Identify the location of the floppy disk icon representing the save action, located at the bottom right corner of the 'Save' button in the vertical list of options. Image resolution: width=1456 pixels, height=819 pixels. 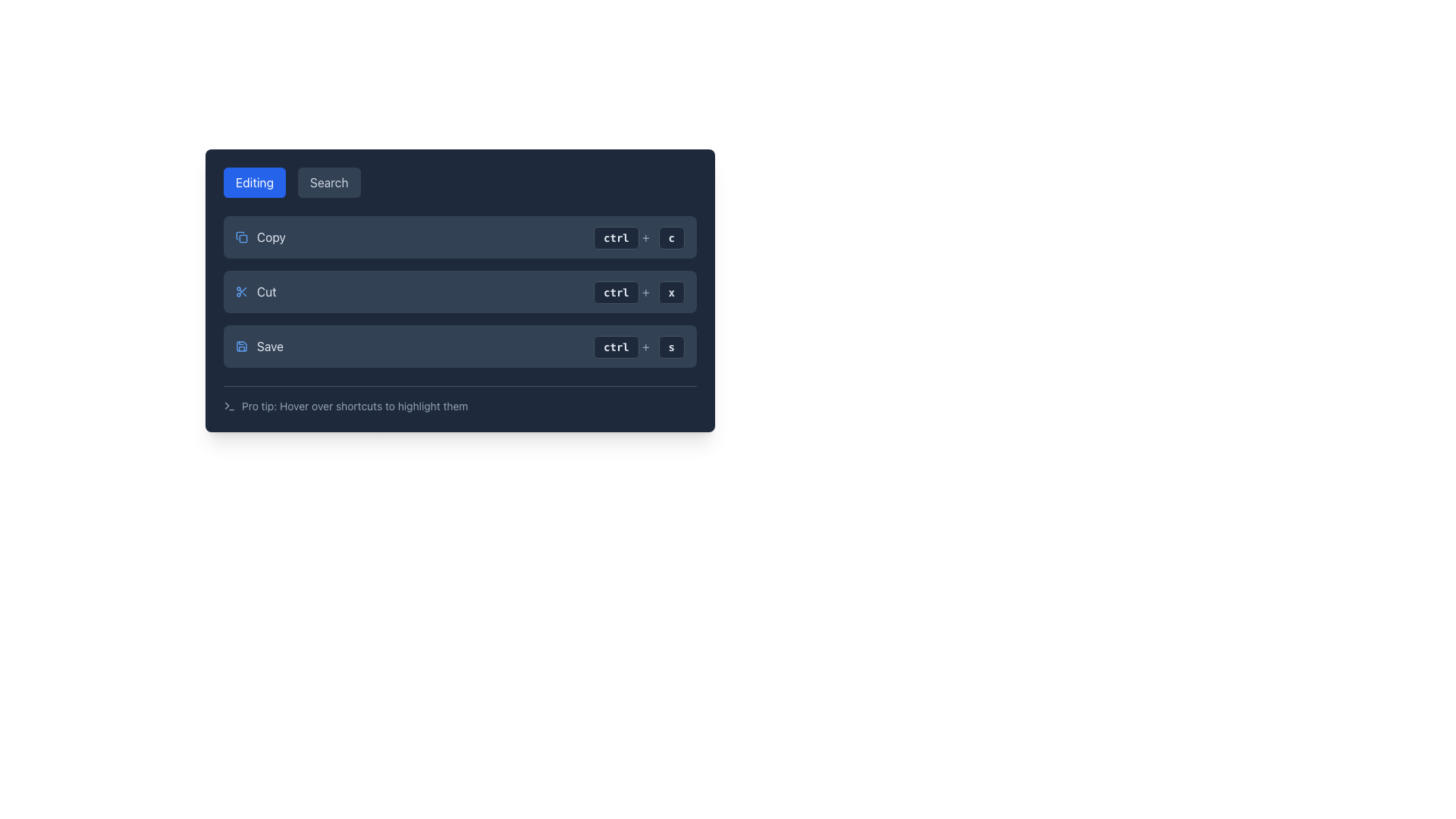
(240, 346).